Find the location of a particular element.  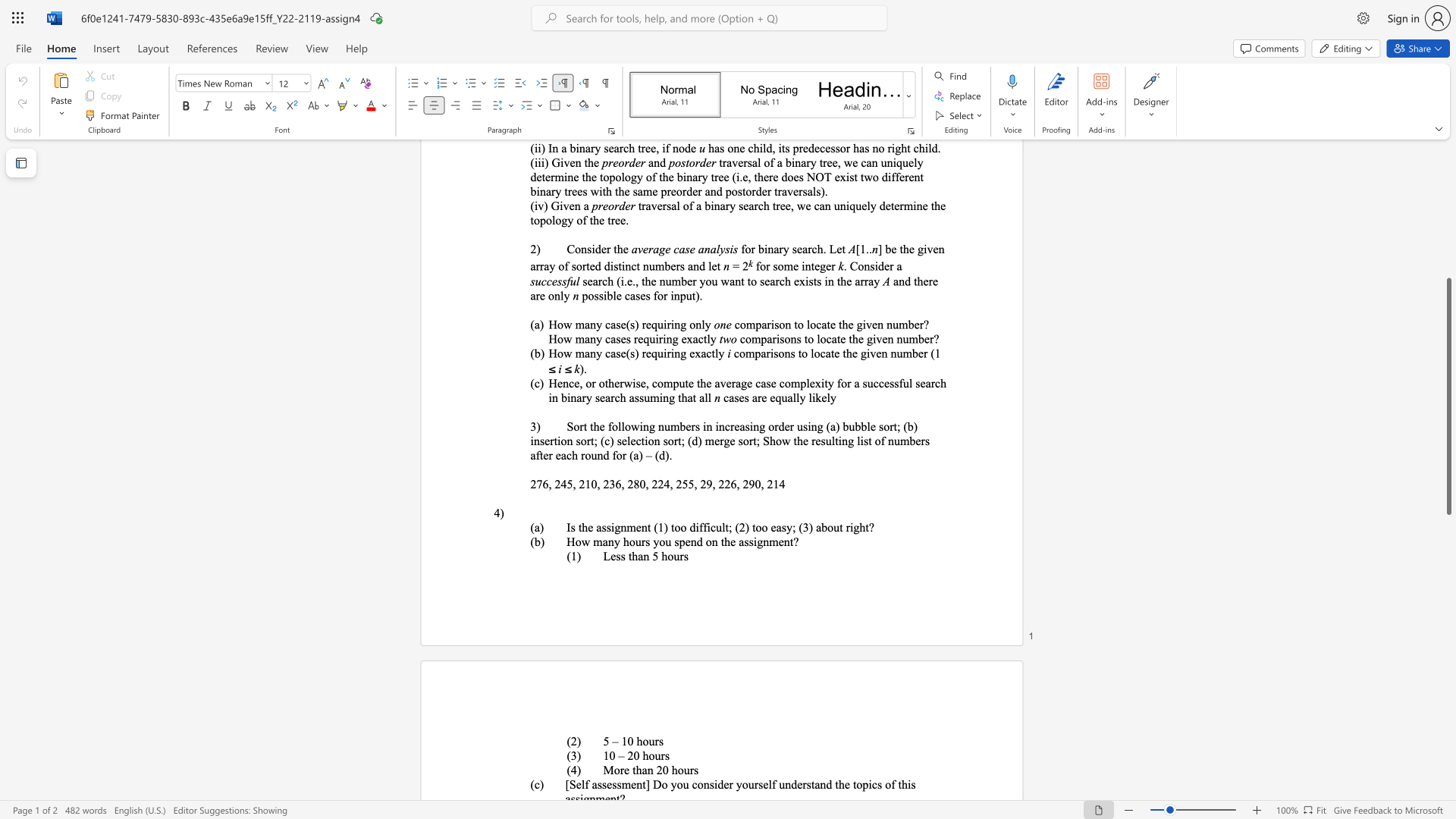

the subset text "10" within the text "5 – 10 hours" is located at coordinates (621, 740).